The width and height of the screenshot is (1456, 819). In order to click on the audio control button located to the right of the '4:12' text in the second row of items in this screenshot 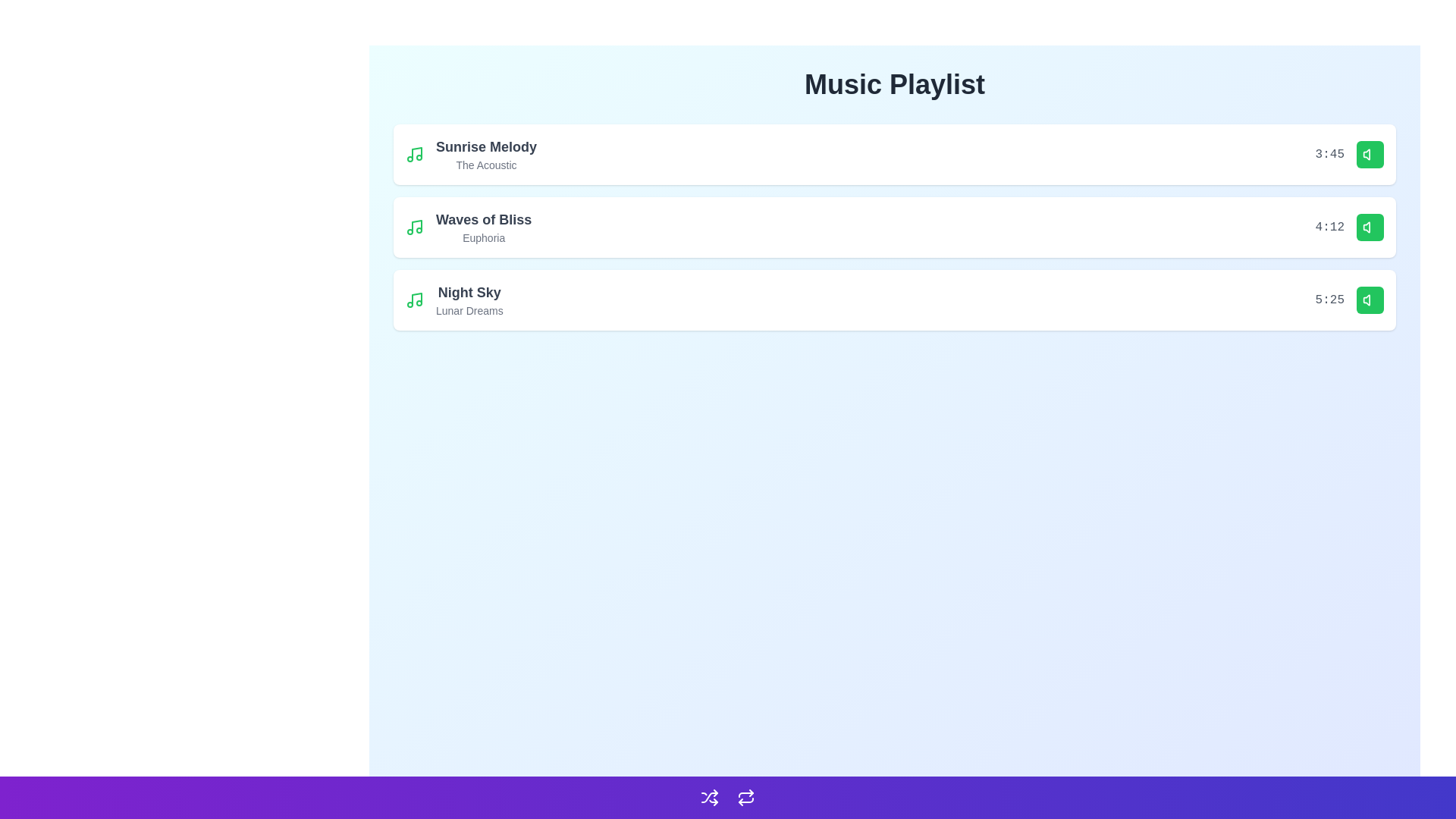, I will do `click(1370, 227)`.